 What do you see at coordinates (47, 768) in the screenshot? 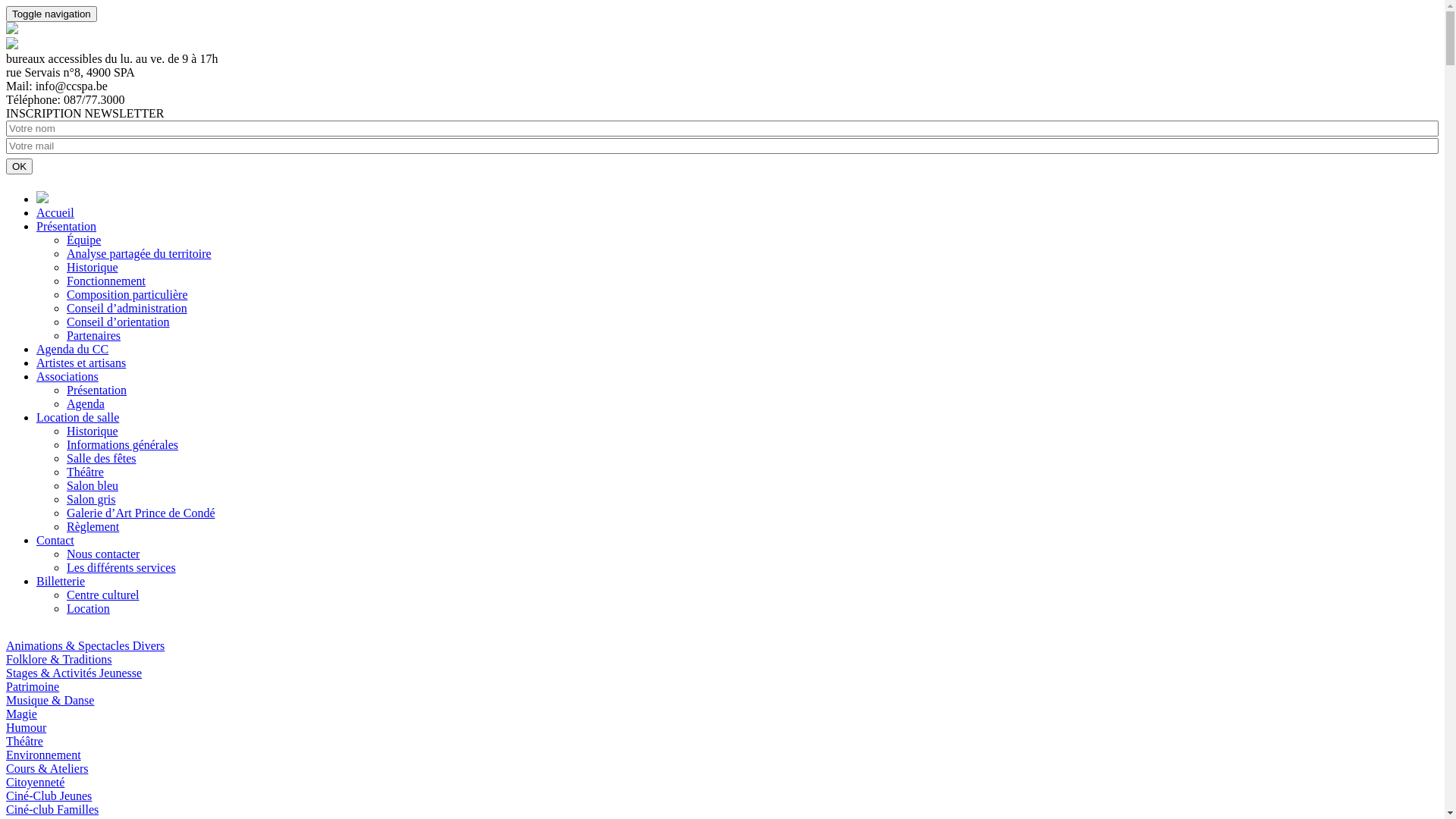
I see `'Cours & Ateliers'` at bounding box center [47, 768].